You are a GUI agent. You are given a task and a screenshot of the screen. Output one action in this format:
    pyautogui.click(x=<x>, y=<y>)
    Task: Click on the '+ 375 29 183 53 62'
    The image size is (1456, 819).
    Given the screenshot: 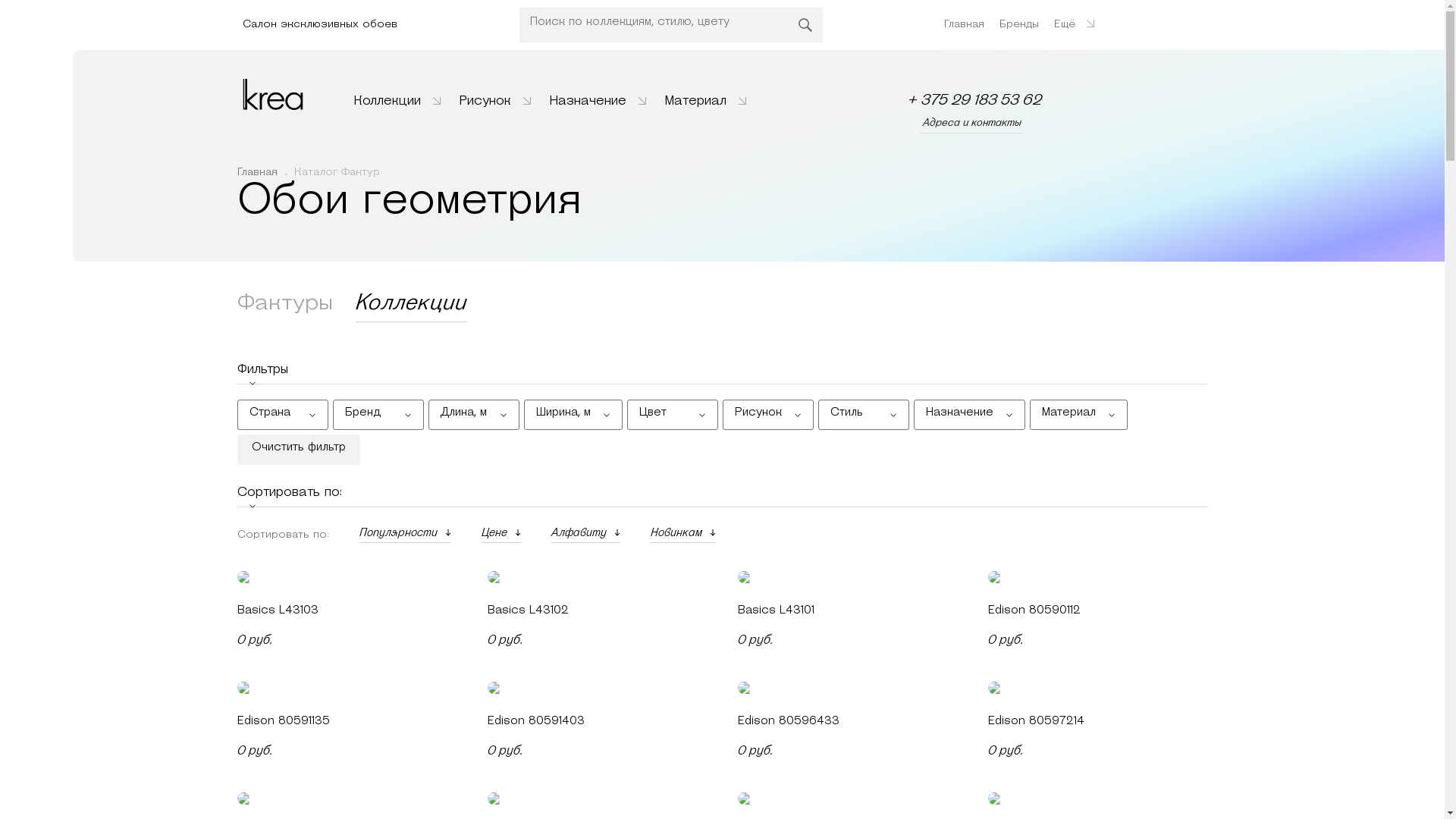 What is the action you would take?
    pyautogui.click(x=907, y=99)
    